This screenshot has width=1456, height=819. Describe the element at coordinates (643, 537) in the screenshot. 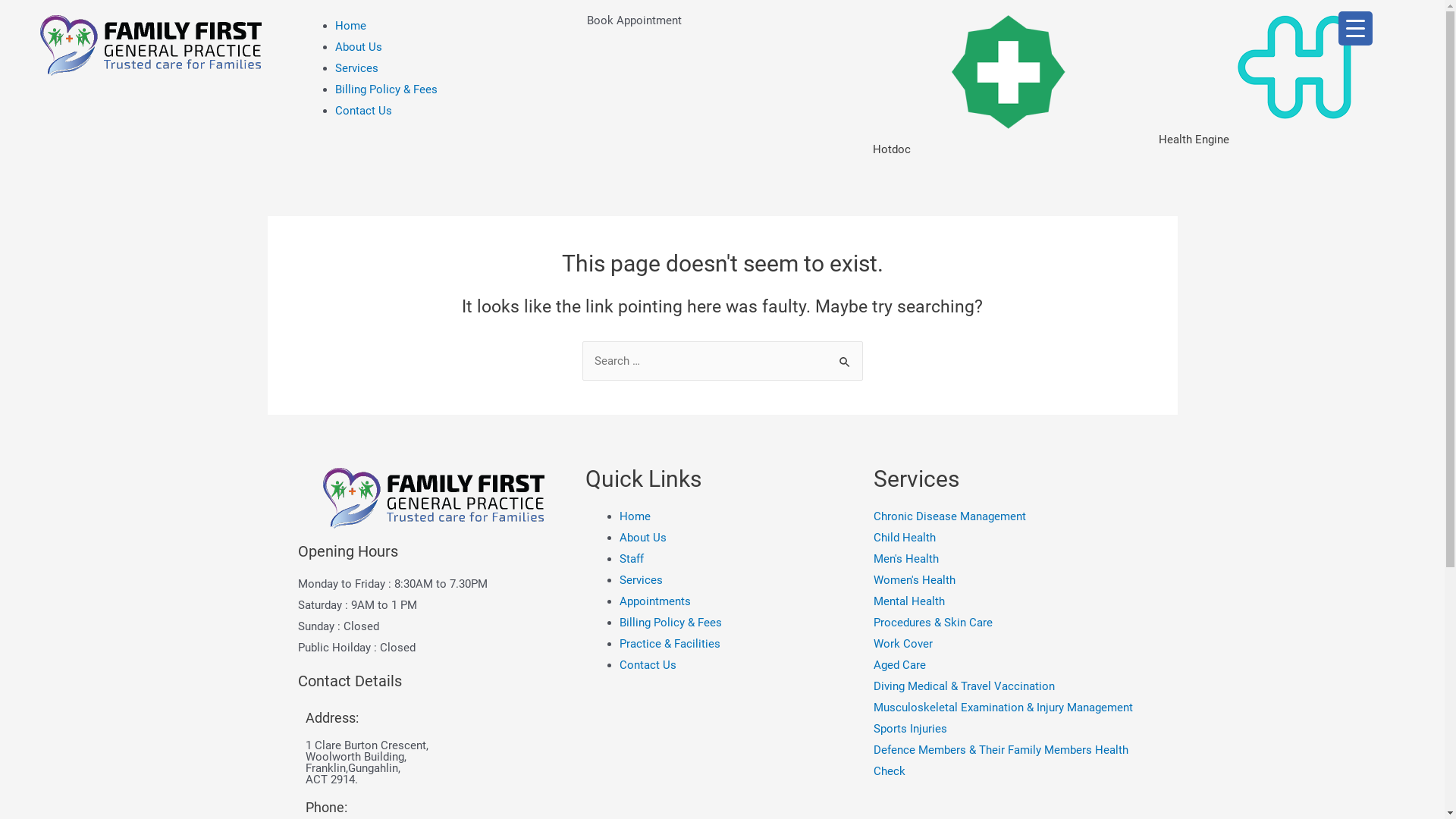

I see `'About Us'` at that location.